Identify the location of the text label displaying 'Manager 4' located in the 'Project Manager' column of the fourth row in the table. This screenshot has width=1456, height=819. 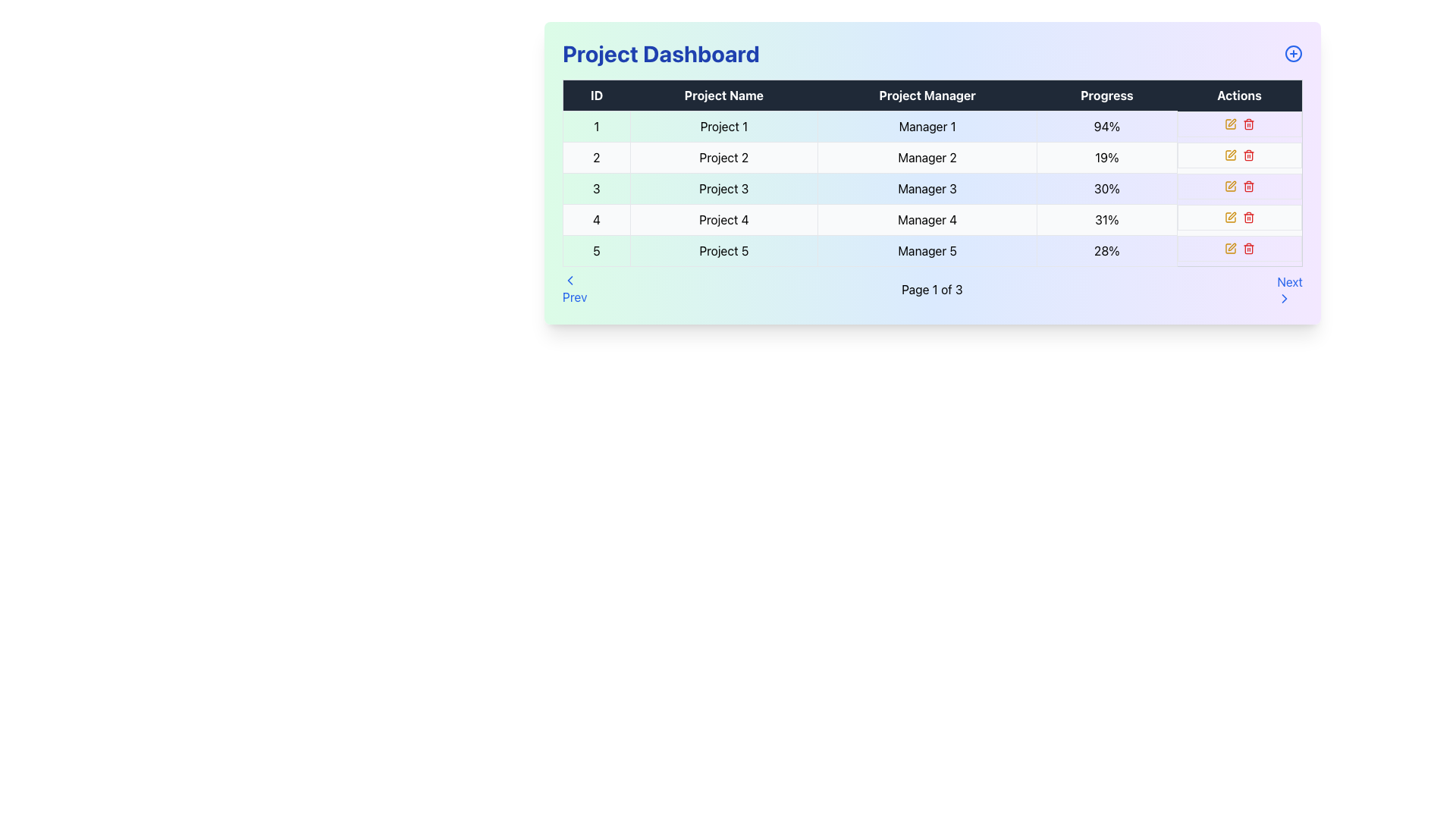
(927, 219).